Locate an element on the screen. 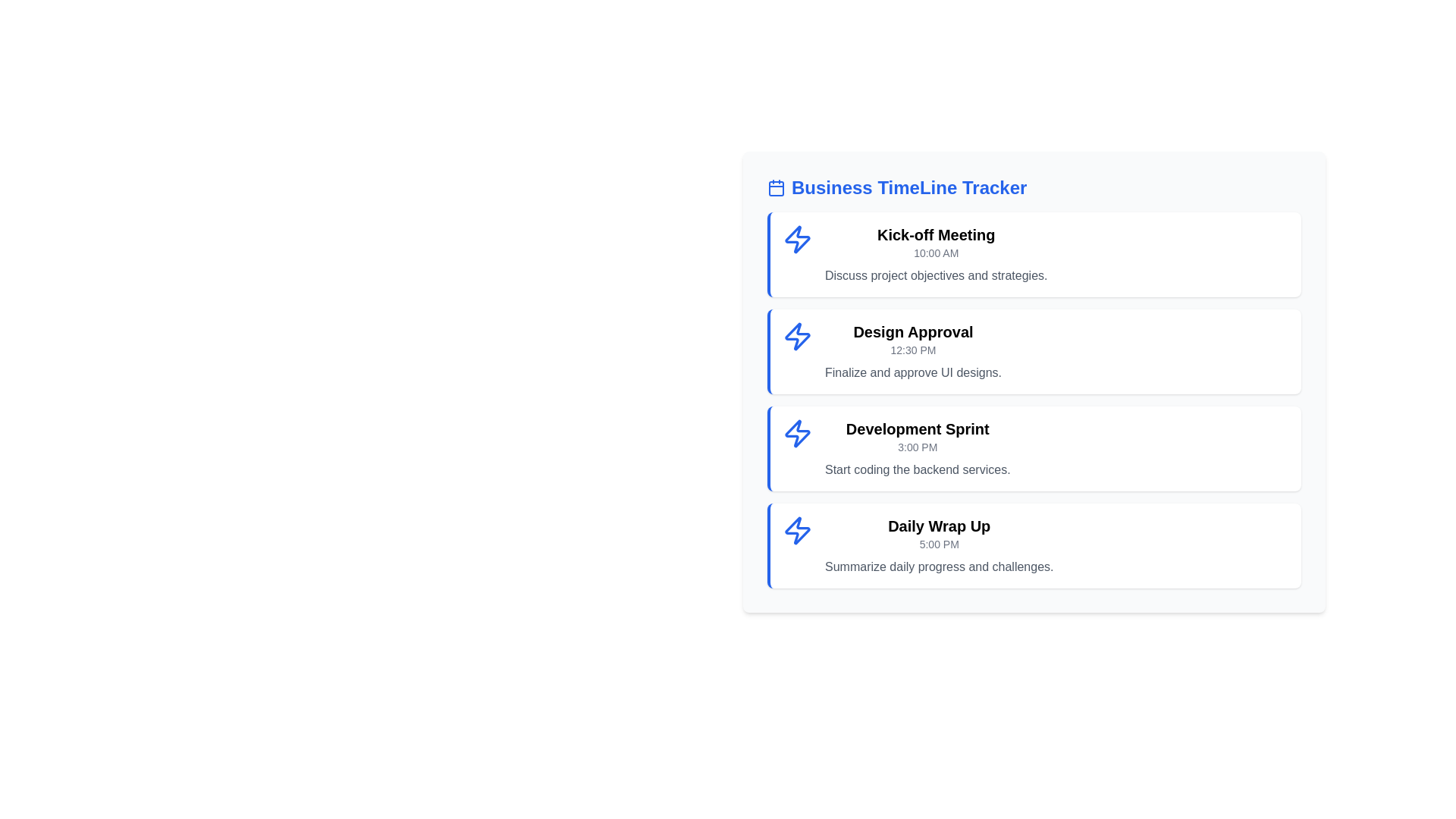  the text label that serves as the title for the meeting event, which is positioned above '10:00 AM' and the description 'Discuss project objectives and strategies' is located at coordinates (935, 234).